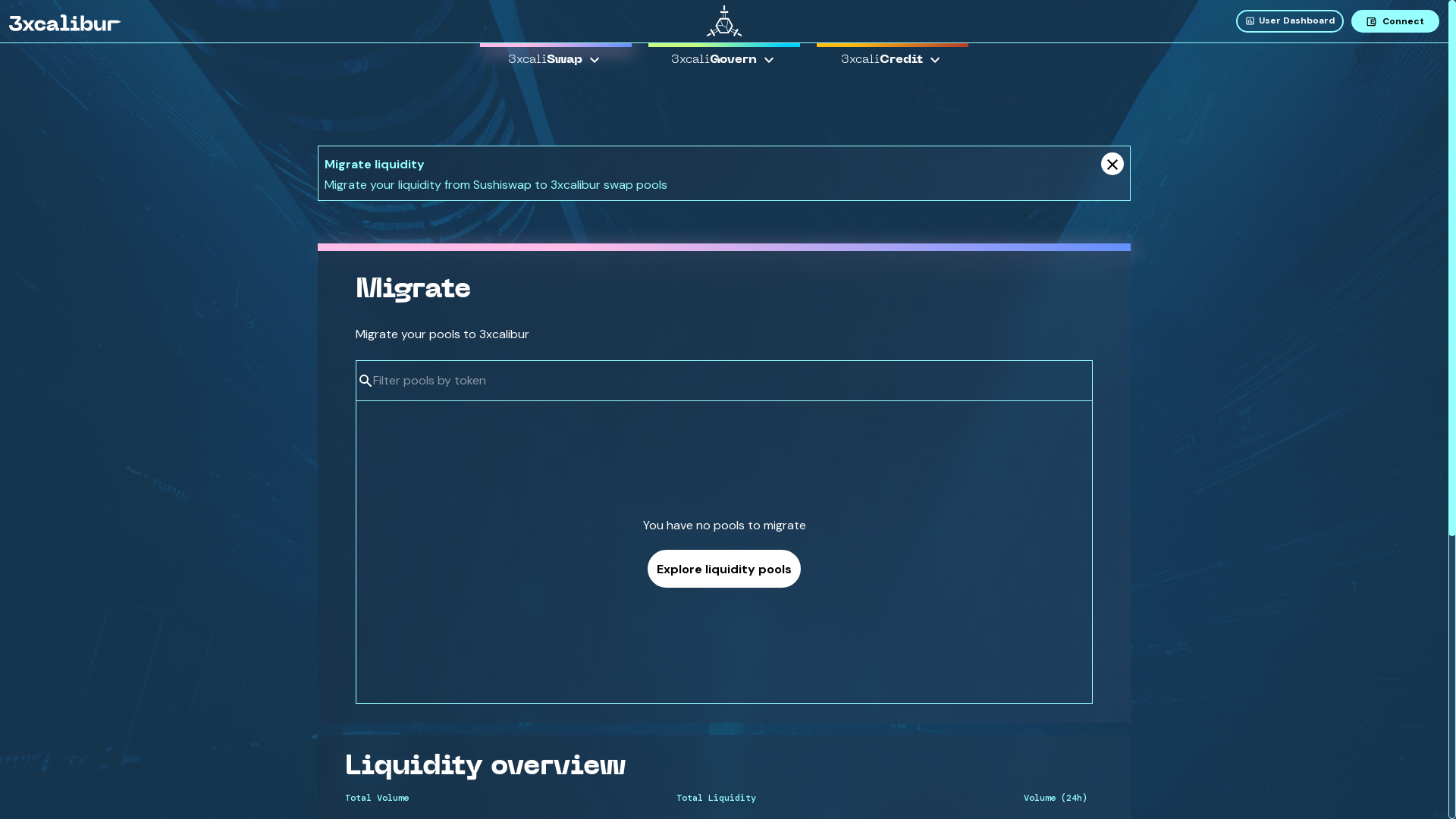 The width and height of the screenshot is (1456, 819). Describe the element at coordinates (1292, 20) in the screenshot. I see `'User Dashboard'` at that location.